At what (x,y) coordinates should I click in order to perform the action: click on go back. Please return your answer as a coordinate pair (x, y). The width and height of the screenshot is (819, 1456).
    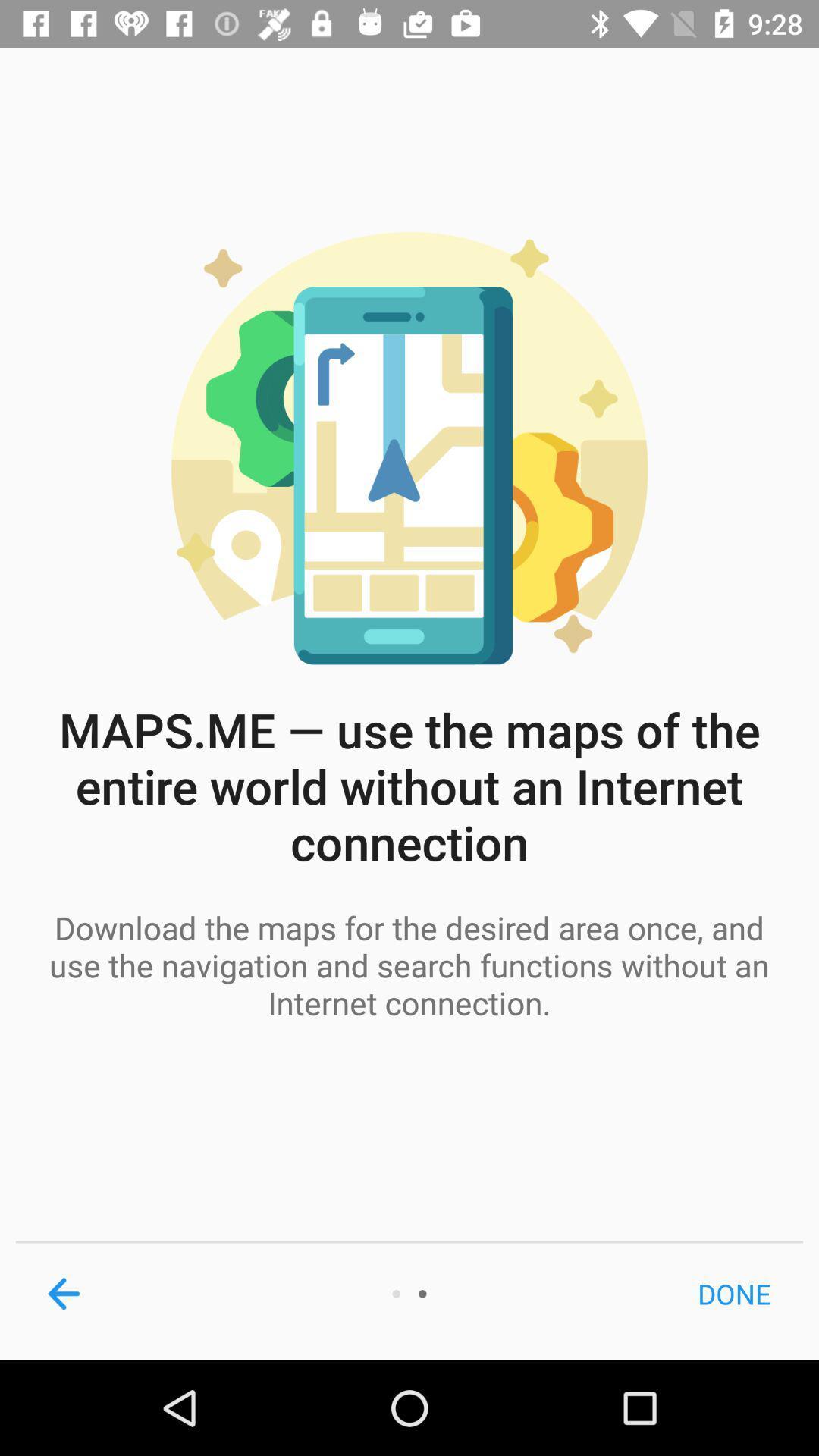
    Looking at the image, I should click on (63, 1293).